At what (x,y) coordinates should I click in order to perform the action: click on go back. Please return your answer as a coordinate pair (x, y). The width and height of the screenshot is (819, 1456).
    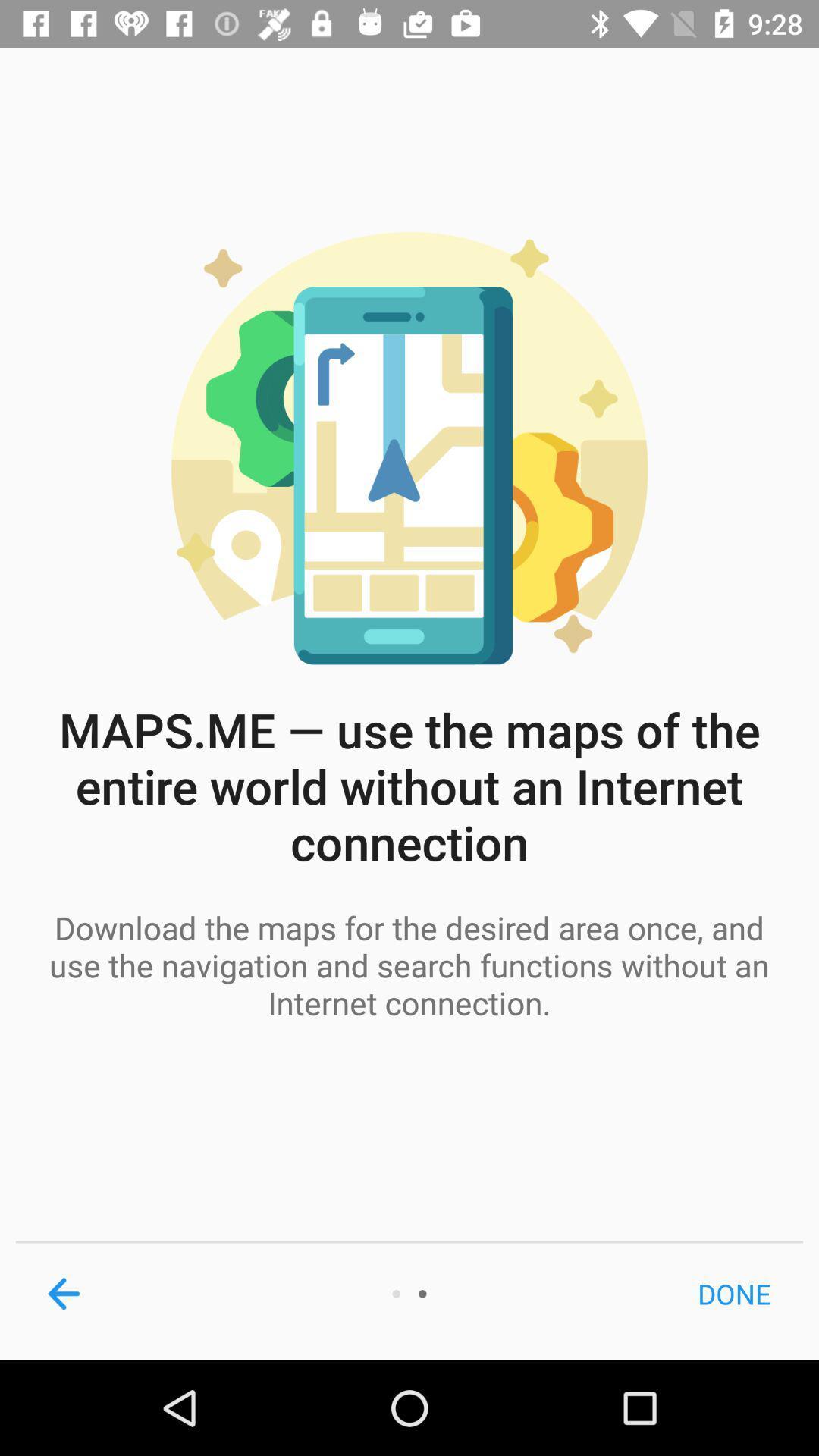
    Looking at the image, I should click on (63, 1293).